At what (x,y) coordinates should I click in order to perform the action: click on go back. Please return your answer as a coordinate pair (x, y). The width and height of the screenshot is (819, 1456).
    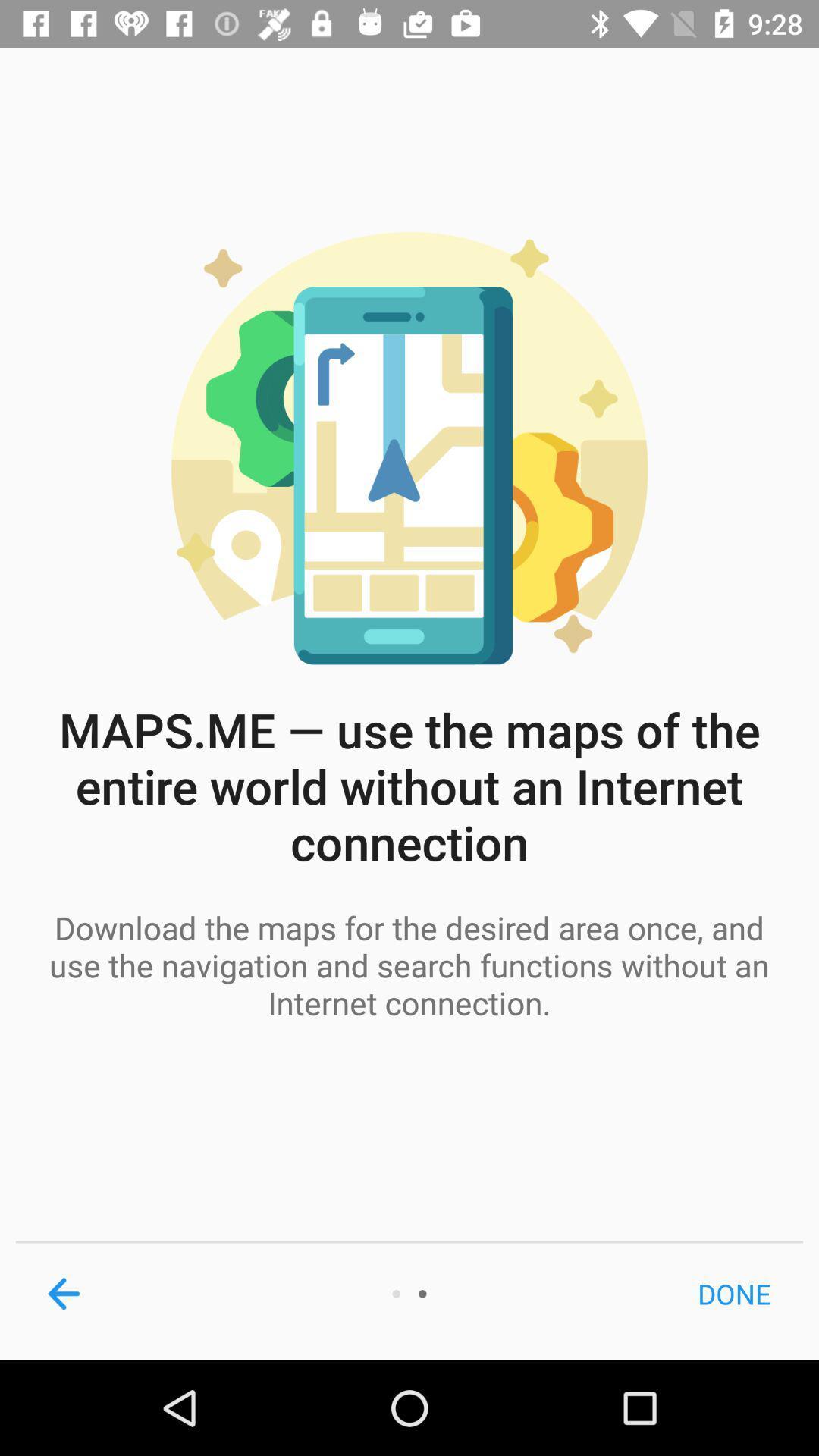
    Looking at the image, I should click on (63, 1293).